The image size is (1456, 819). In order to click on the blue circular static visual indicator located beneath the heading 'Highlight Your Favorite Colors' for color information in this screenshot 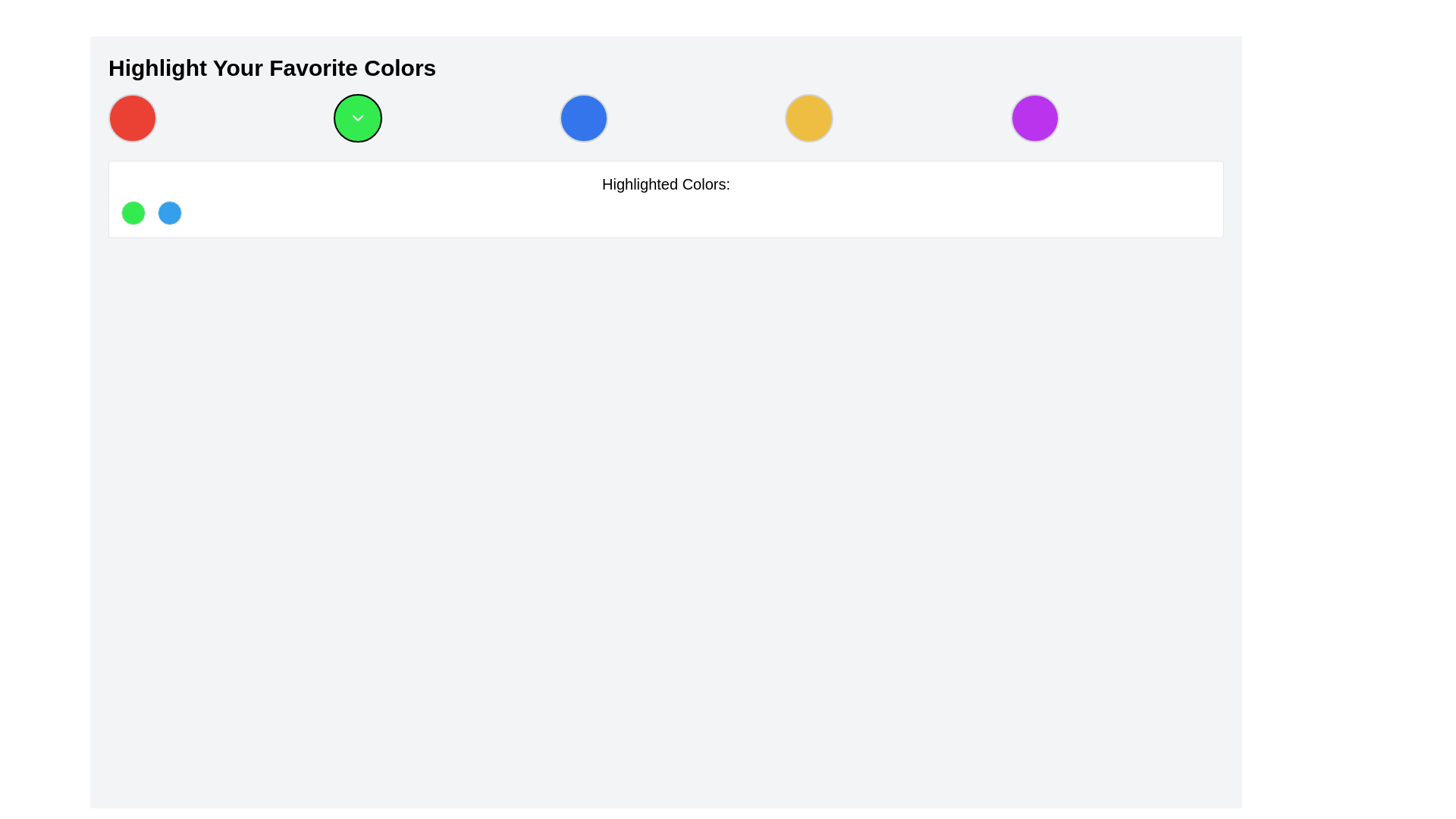, I will do `click(170, 213)`.